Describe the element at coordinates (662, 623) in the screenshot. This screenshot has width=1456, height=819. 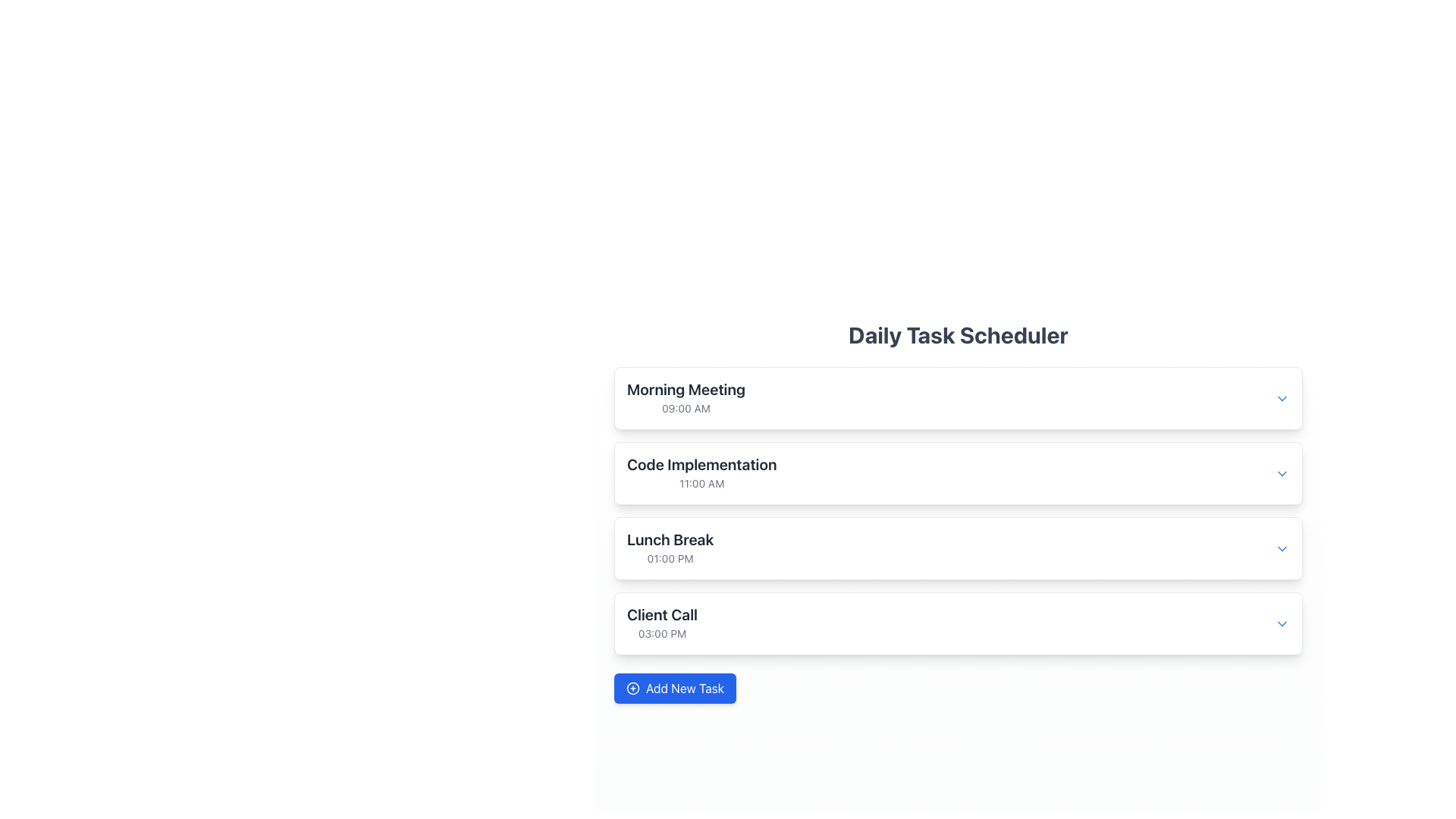
I see `the List item displaying 'Client Call' with the time '03:00 PM'` at that location.